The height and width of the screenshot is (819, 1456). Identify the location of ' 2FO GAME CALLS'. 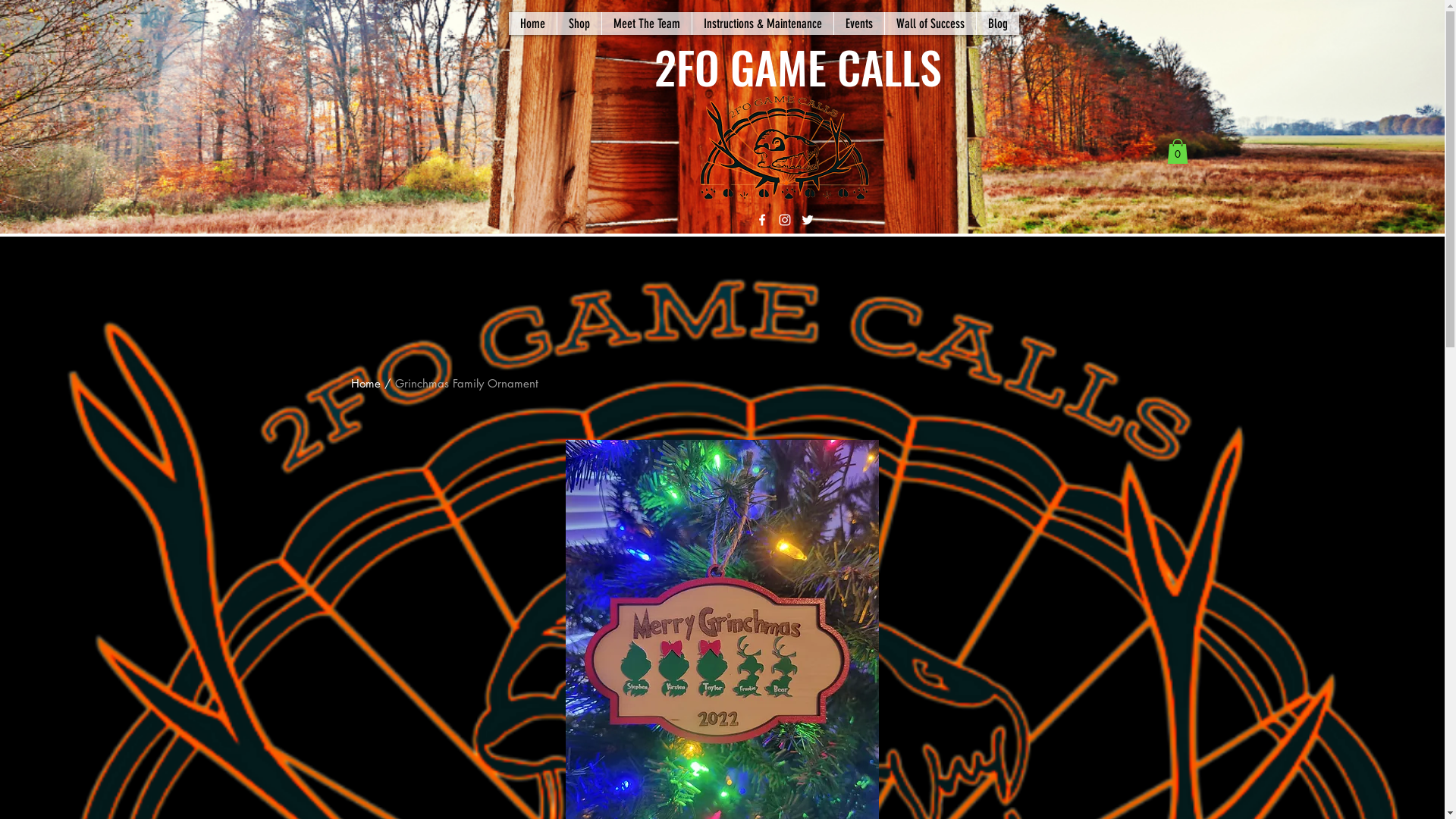
(791, 66).